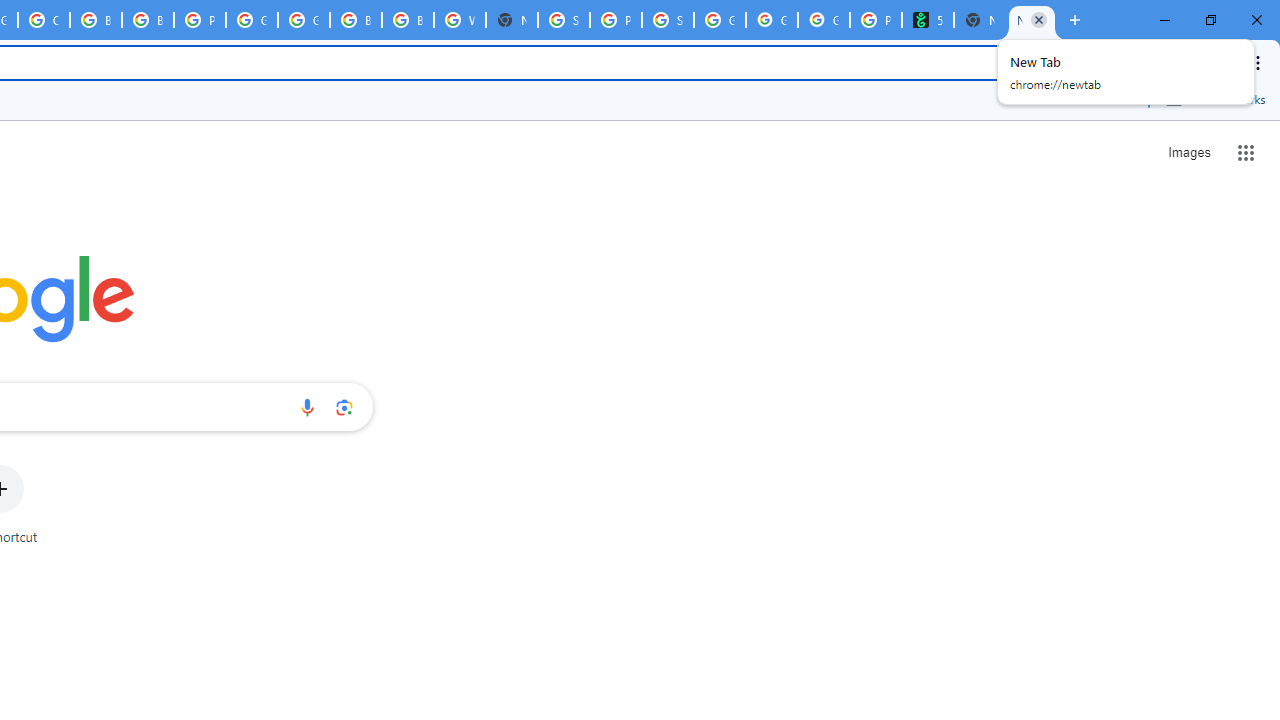 The width and height of the screenshot is (1280, 720). What do you see at coordinates (344, 406) in the screenshot?
I see `'Search by image'` at bounding box center [344, 406].